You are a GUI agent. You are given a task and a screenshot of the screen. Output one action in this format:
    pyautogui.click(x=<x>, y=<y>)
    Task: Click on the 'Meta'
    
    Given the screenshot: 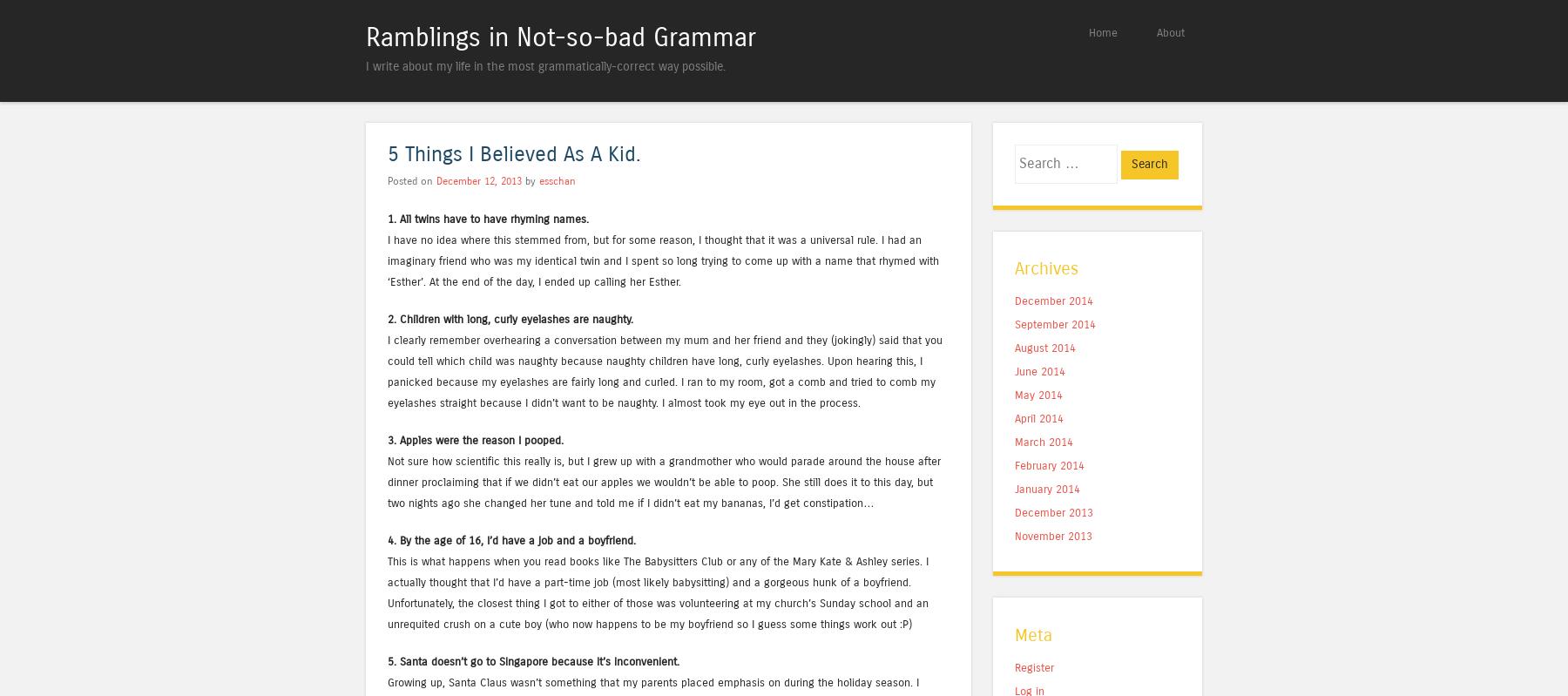 What is the action you would take?
    pyautogui.click(x=1032, y=633)
    